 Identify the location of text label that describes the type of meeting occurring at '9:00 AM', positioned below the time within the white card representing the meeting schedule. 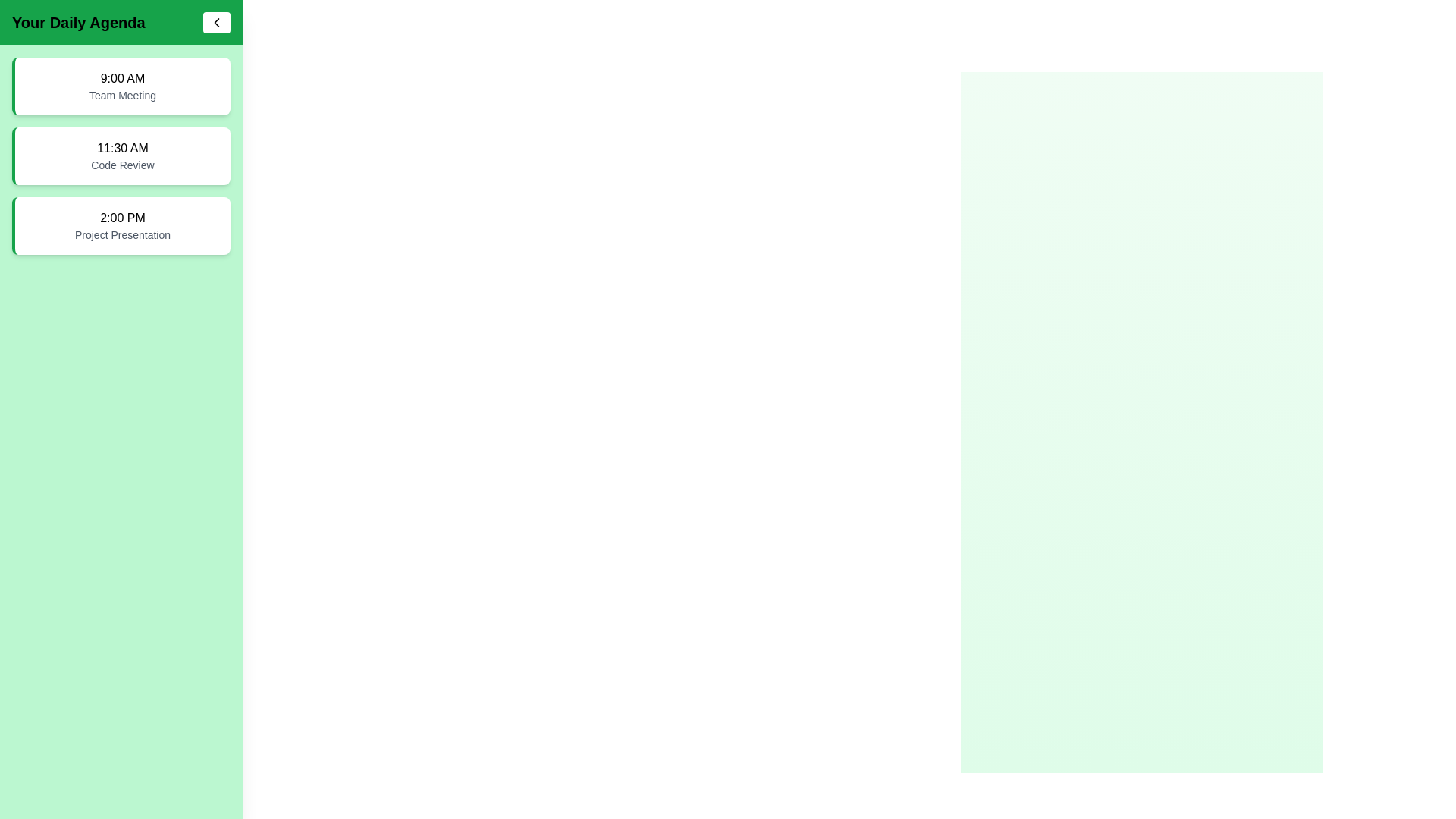
(123, 96).